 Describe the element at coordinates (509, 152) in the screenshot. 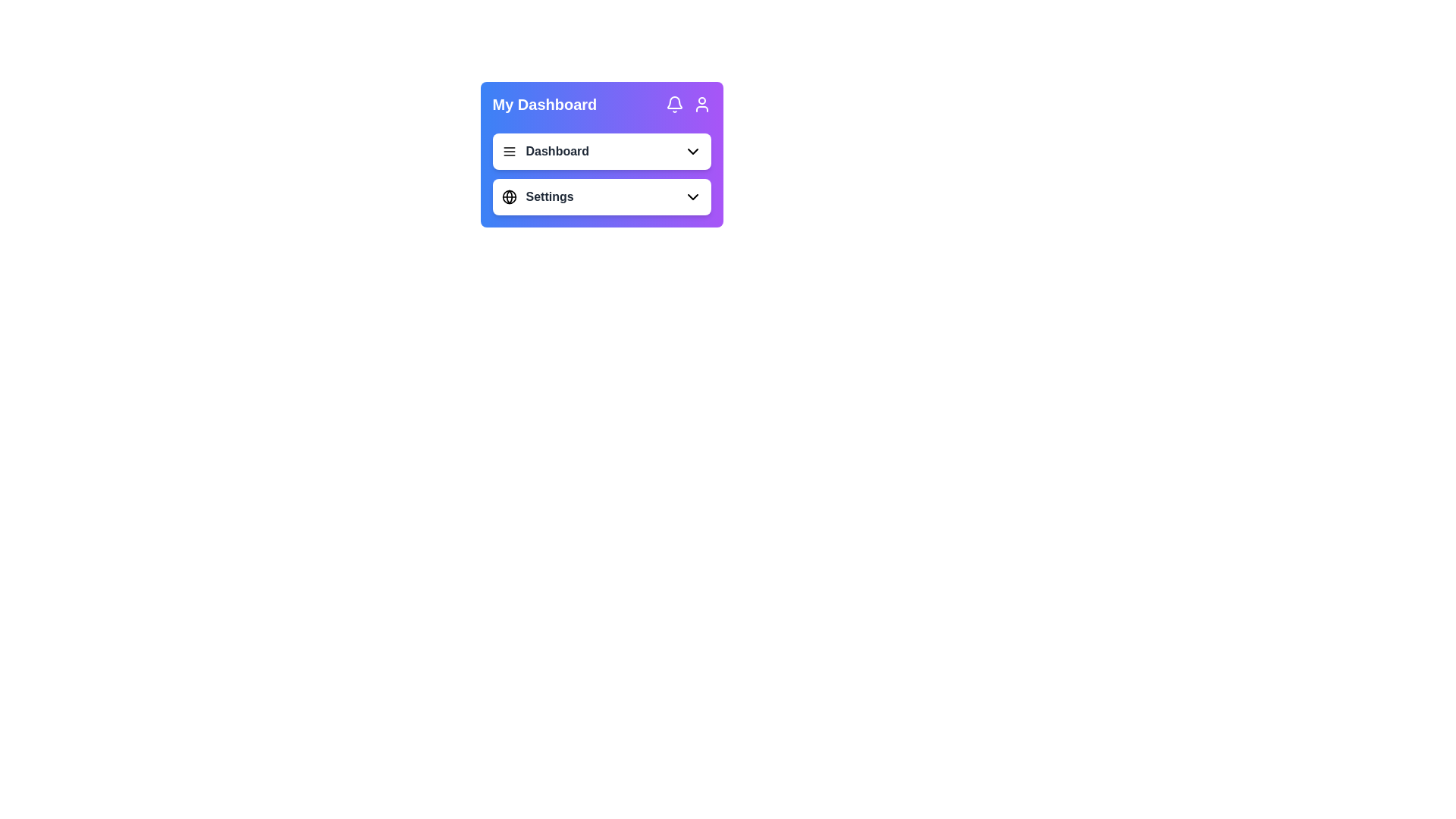

I see `the hamburger menu icon located to the left of the 'Dashboard' text label` at that location.